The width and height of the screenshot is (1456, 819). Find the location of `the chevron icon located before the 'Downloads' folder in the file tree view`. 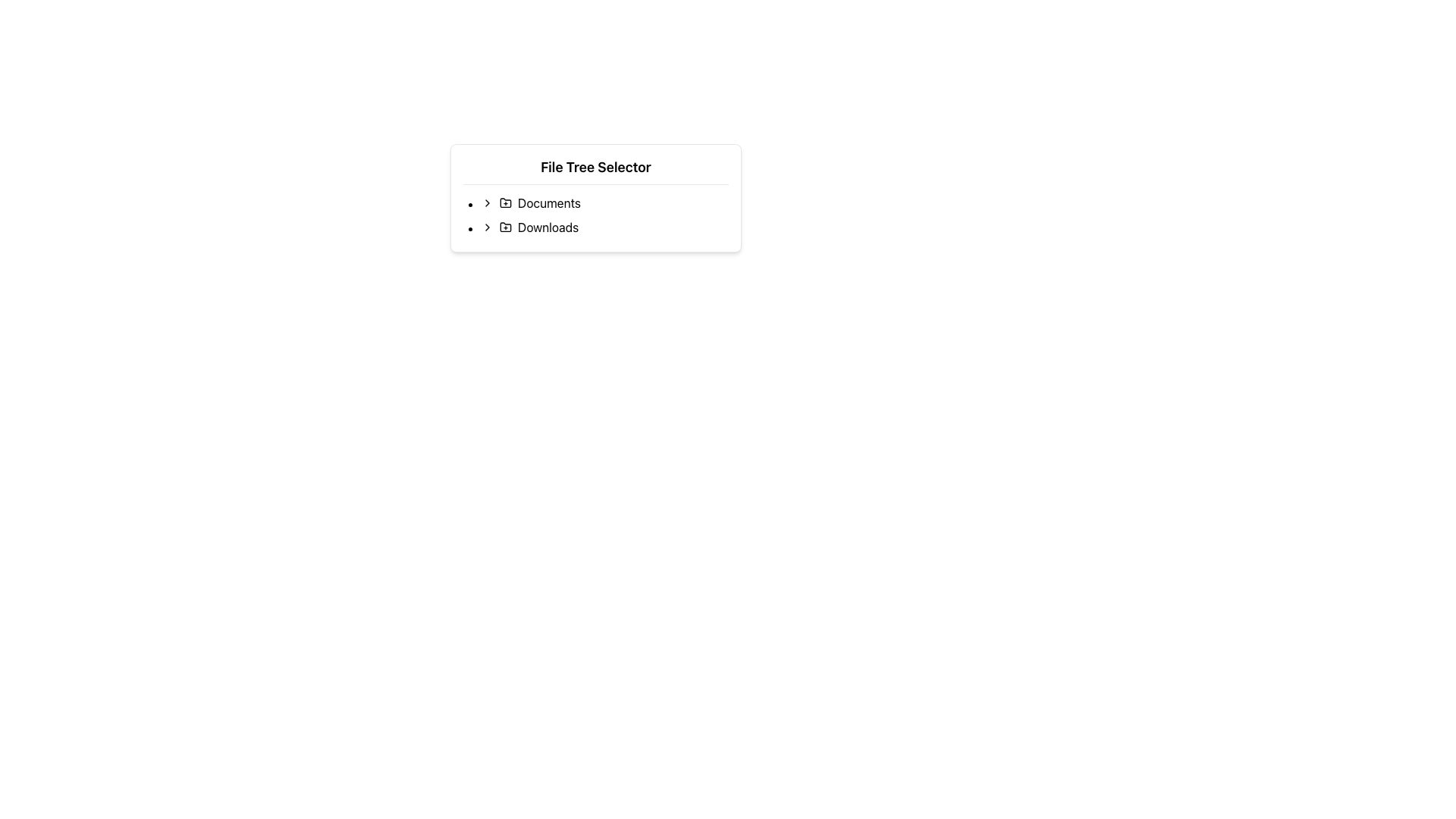

the chevron icon located before the 'Downloads' folder in the file tree view is located at coordinates (488, 227).